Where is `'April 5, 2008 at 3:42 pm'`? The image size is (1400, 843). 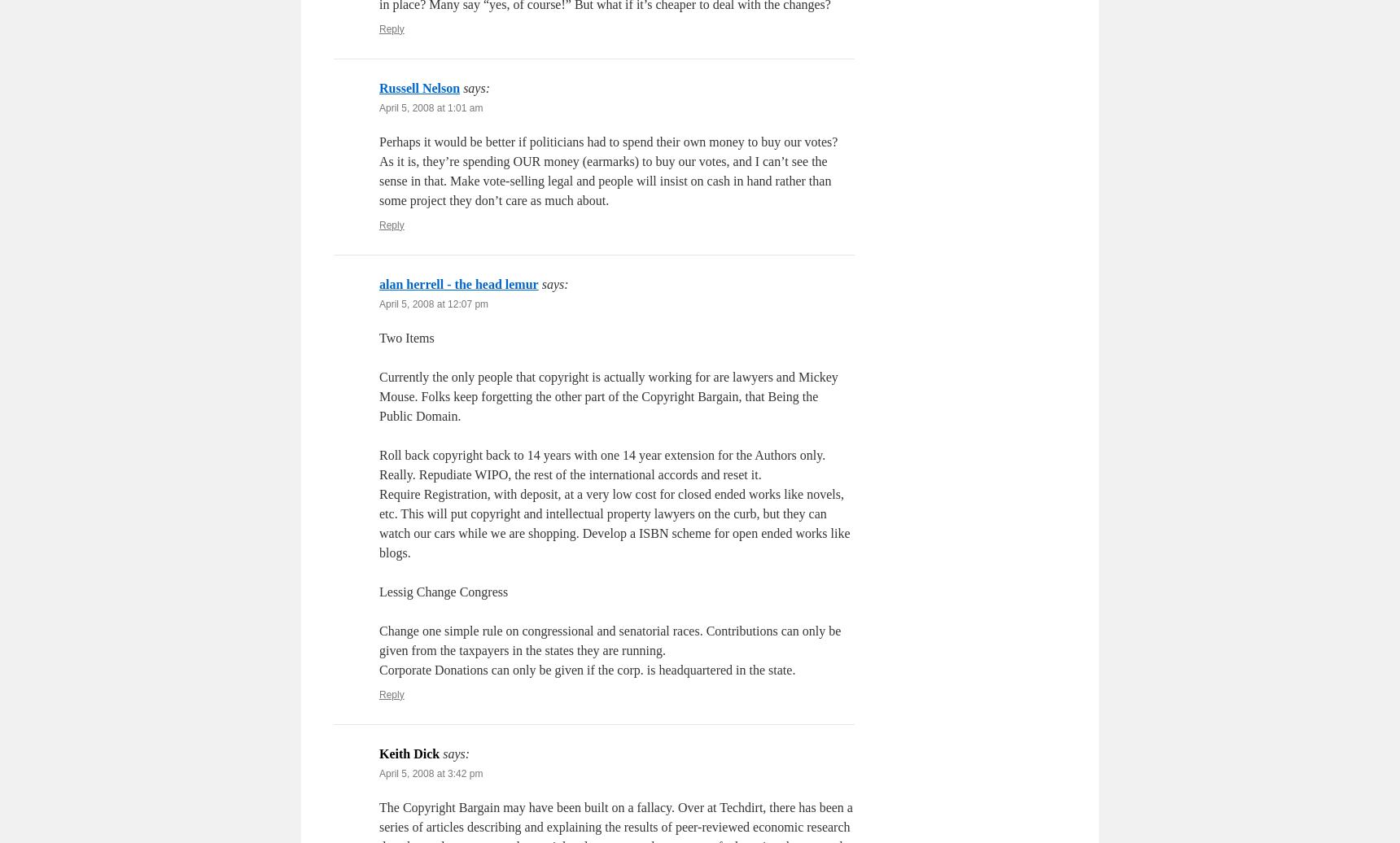
'April 5, 2008 at 3:42 pm' is located at coordinates (431, 773).